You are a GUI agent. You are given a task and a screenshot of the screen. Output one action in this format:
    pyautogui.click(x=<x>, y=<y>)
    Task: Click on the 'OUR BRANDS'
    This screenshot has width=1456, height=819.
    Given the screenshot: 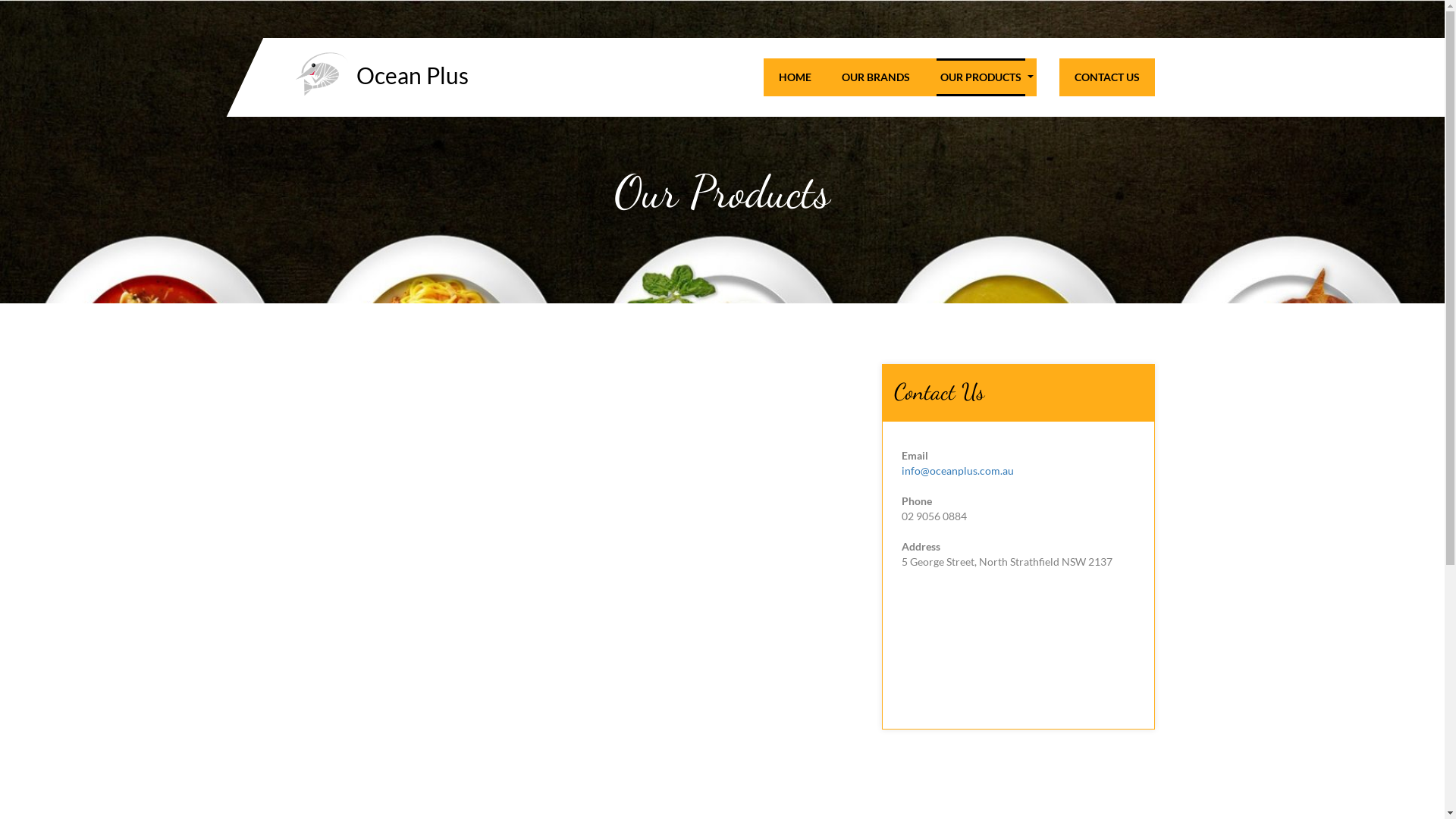 What is the action you would take?
    pyautogui.click(x=874, y=77)
    